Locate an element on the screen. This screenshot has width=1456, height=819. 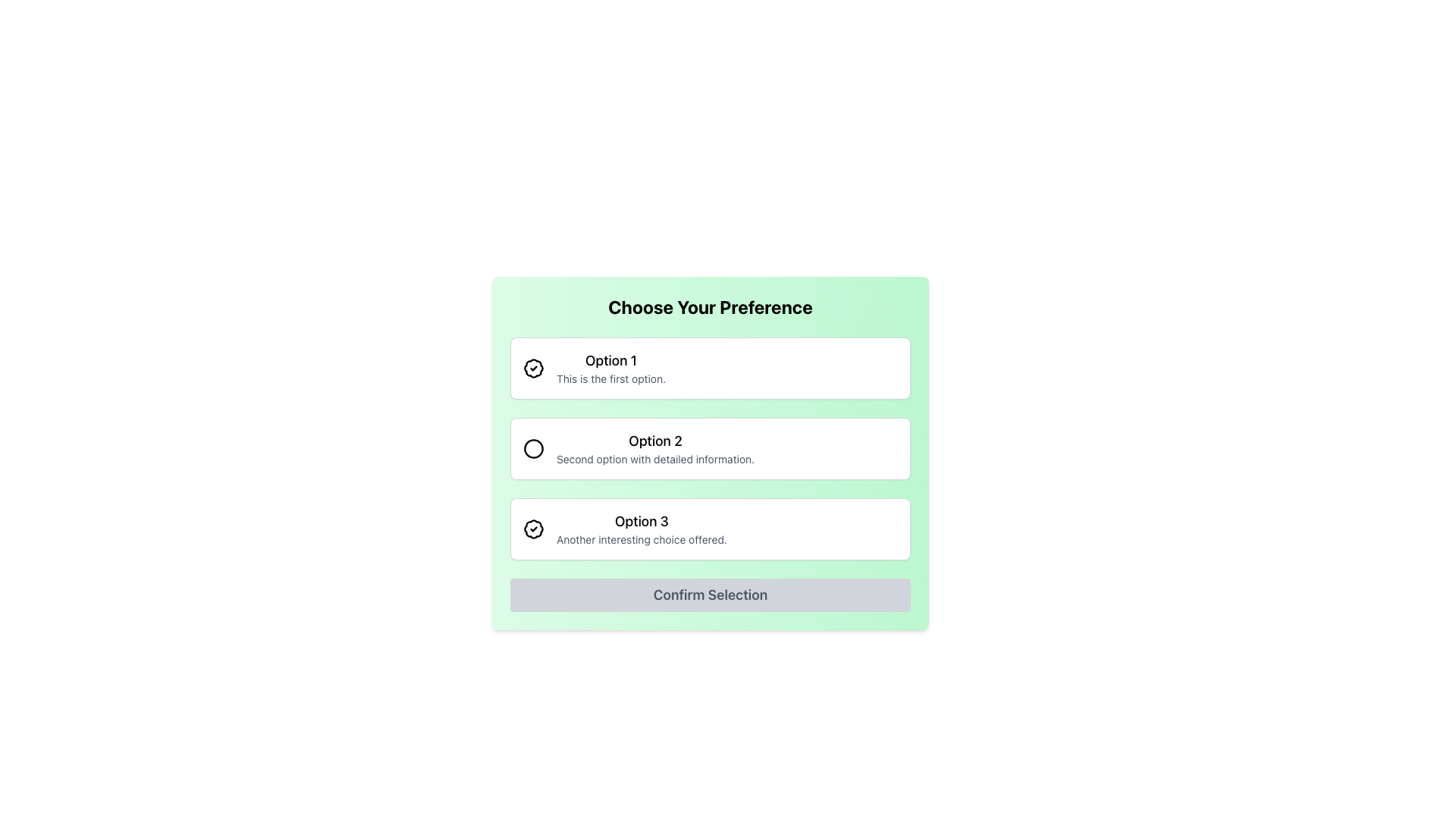
information from the third selectable option in the form or survey, positioned between 'Option 2' and the 'Confirm Selection' button is located at coordinates (642, 529).